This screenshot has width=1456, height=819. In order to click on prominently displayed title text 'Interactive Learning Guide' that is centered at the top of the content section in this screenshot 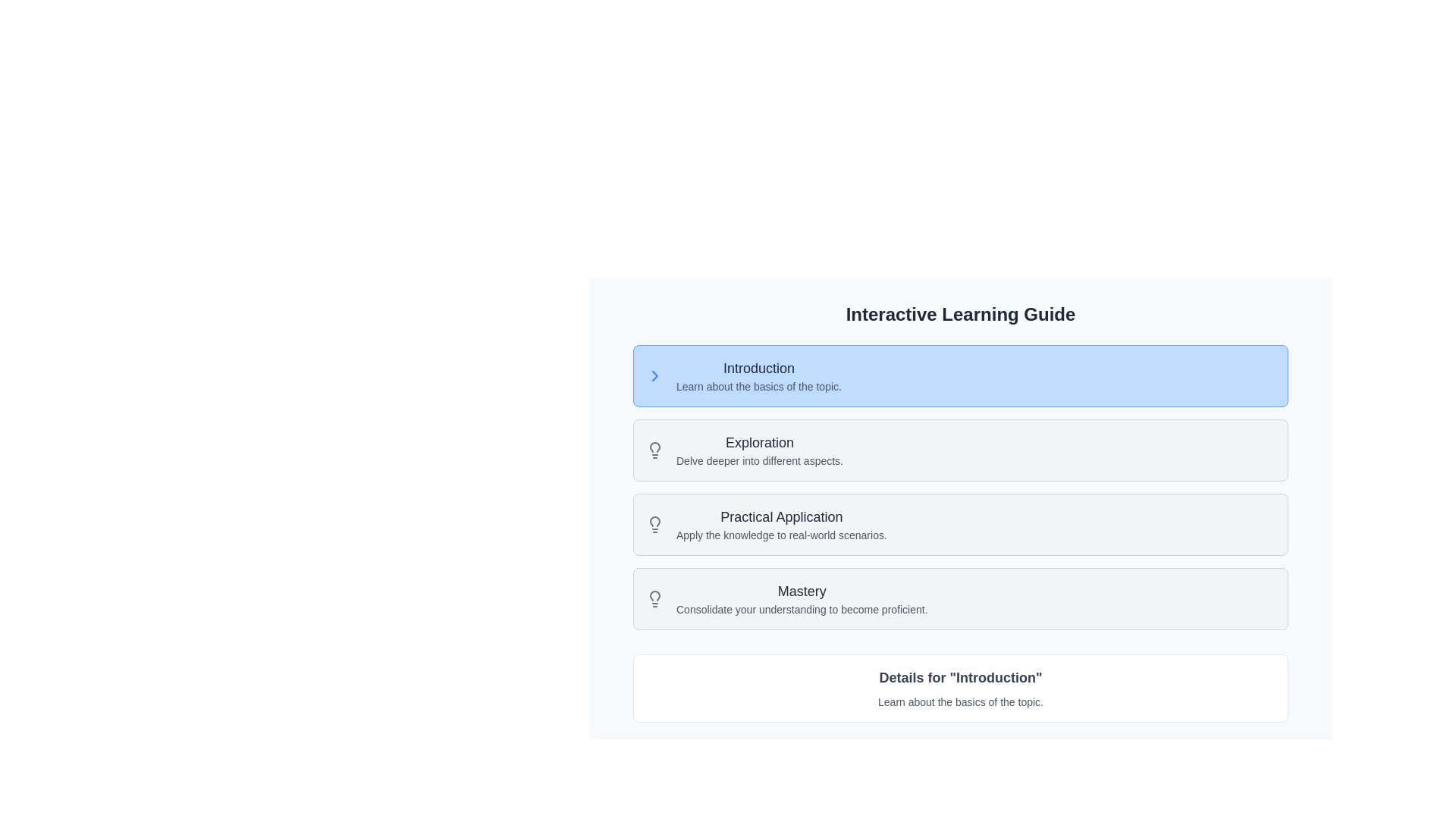, I will do `click(960, 314)`.